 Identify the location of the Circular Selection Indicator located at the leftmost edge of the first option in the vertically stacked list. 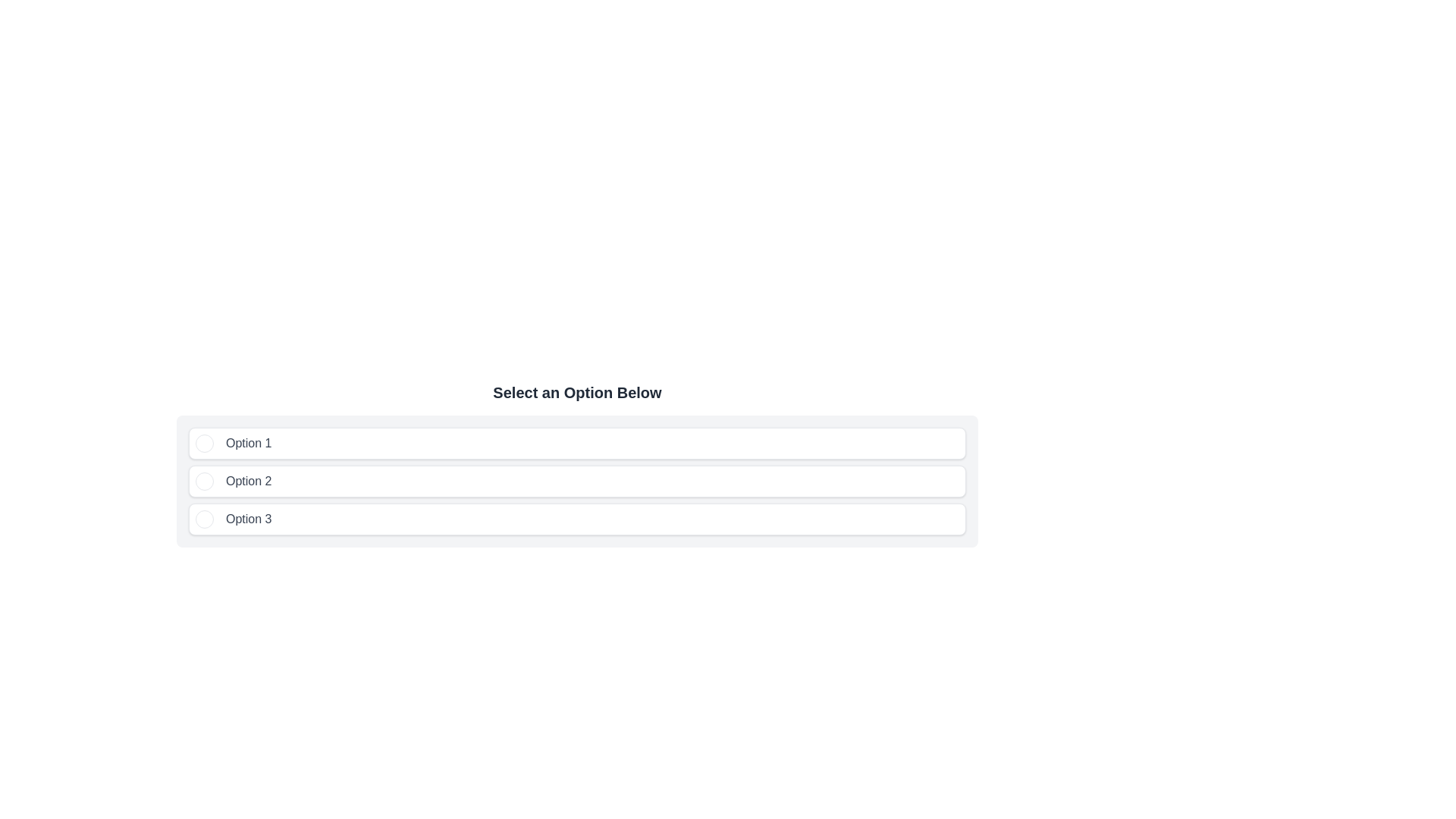
(203, 444).